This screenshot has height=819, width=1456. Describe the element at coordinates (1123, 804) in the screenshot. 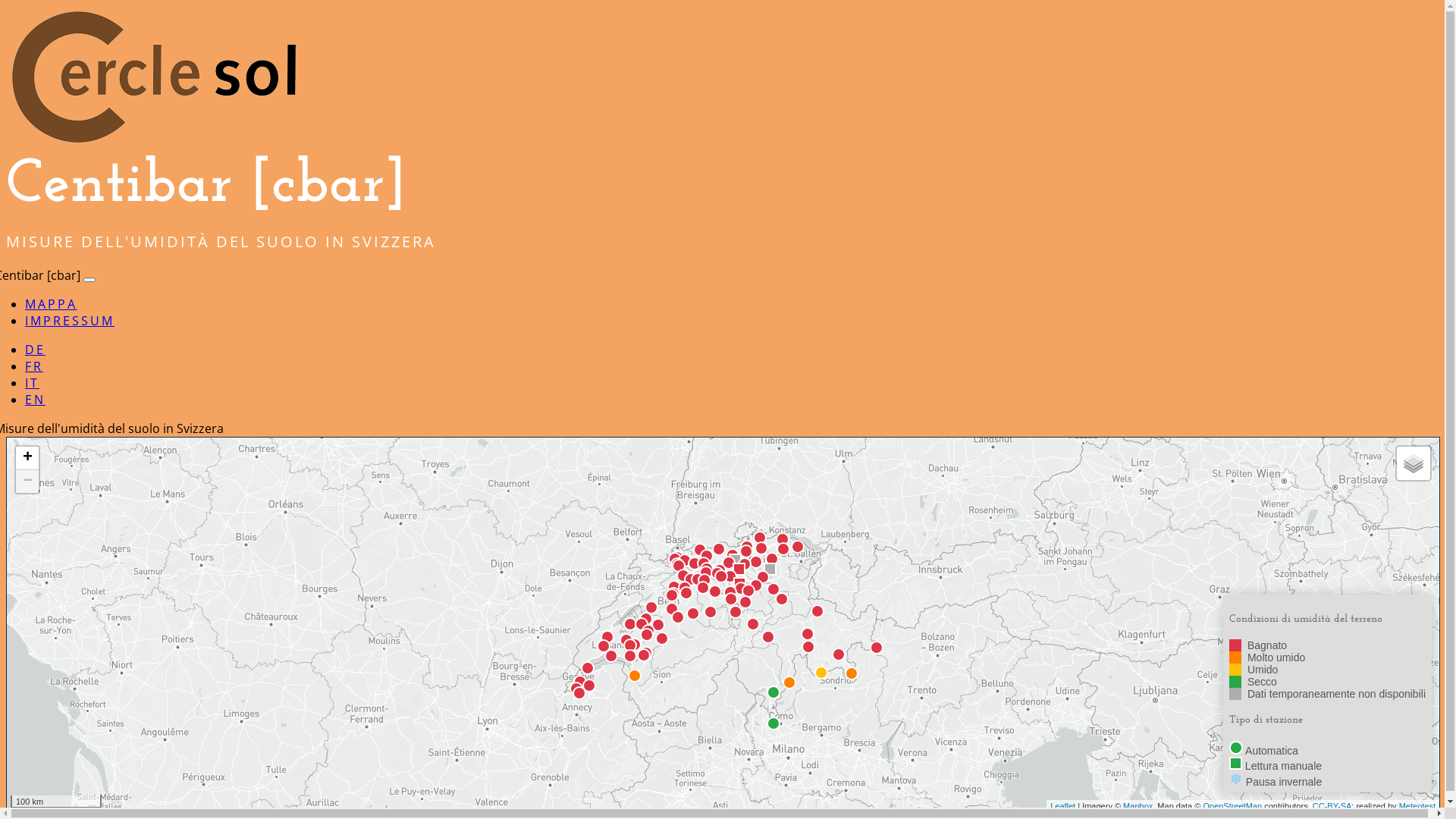

I see `'Mapbox'` at that location.